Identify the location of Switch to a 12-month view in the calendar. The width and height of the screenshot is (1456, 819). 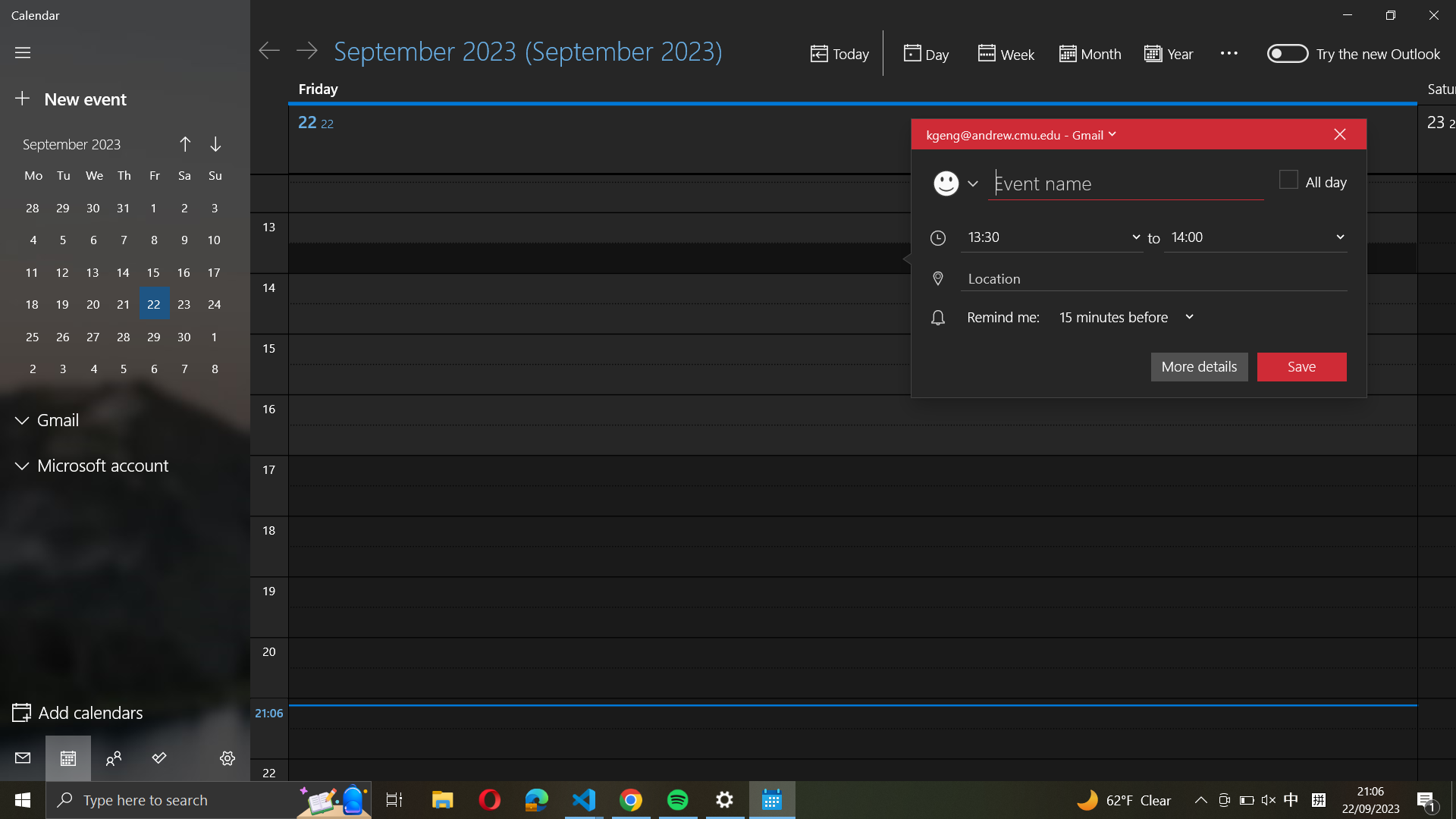
(1172, 52).